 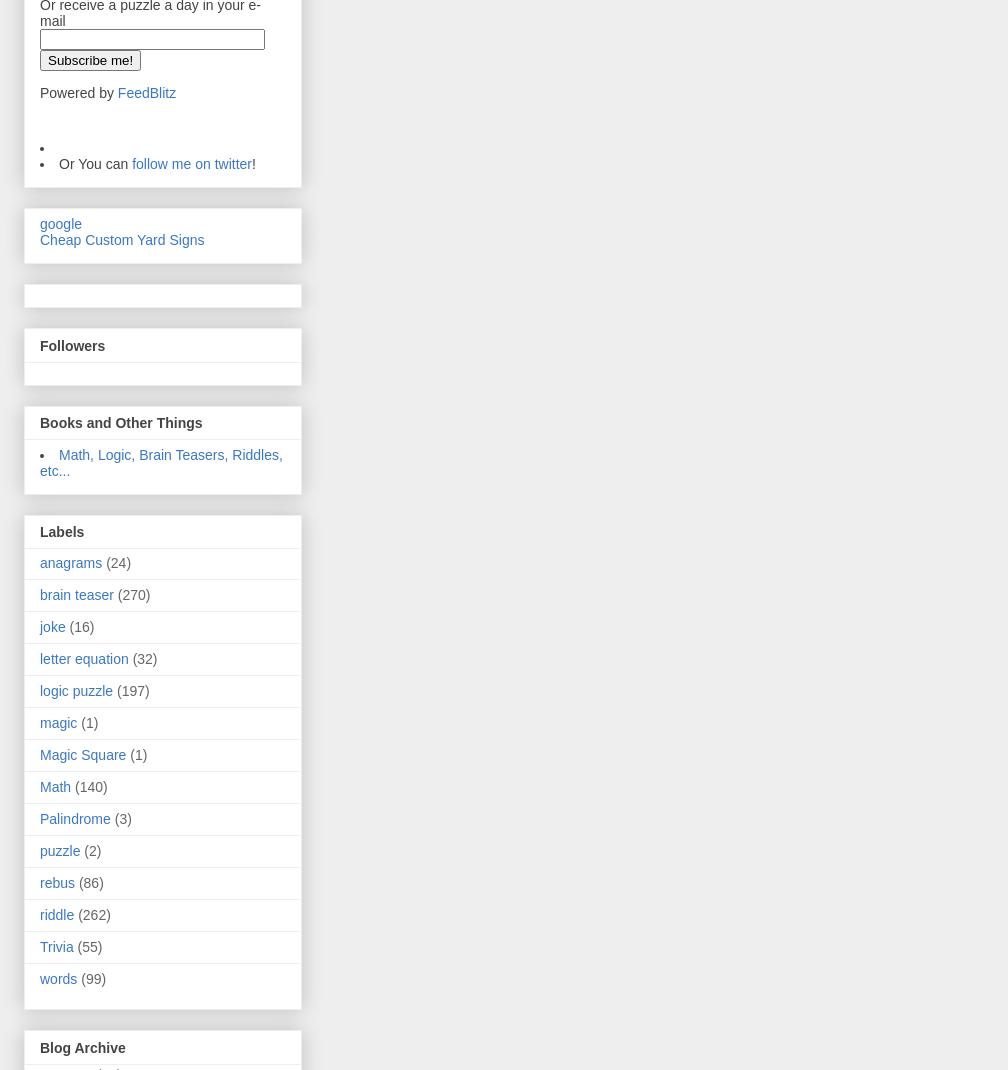 What do you see at coordinates (118, 562) in the screenshot?
I see `'(24)'` at bounding box center [118, 562].